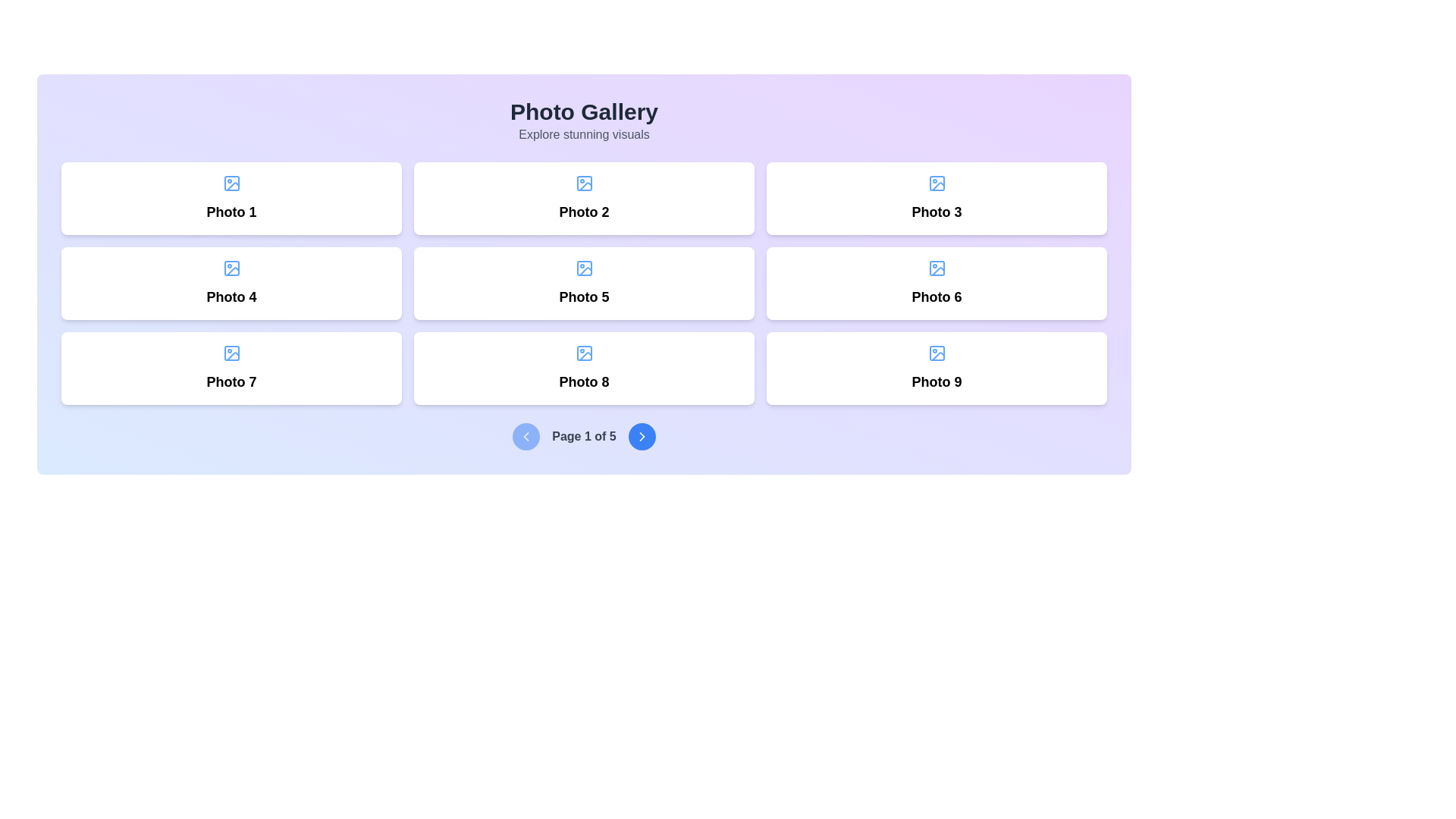 Image resolution: width=1456 pixels, height=819 pixels. What do you see at coordinates (936, 268) in the screenshot?
I see `the small square with rounded corners that is part of the image icon in the 'Photo 6' slot of the 'Photo Gallery' interface` at bounding box center [936, 268].